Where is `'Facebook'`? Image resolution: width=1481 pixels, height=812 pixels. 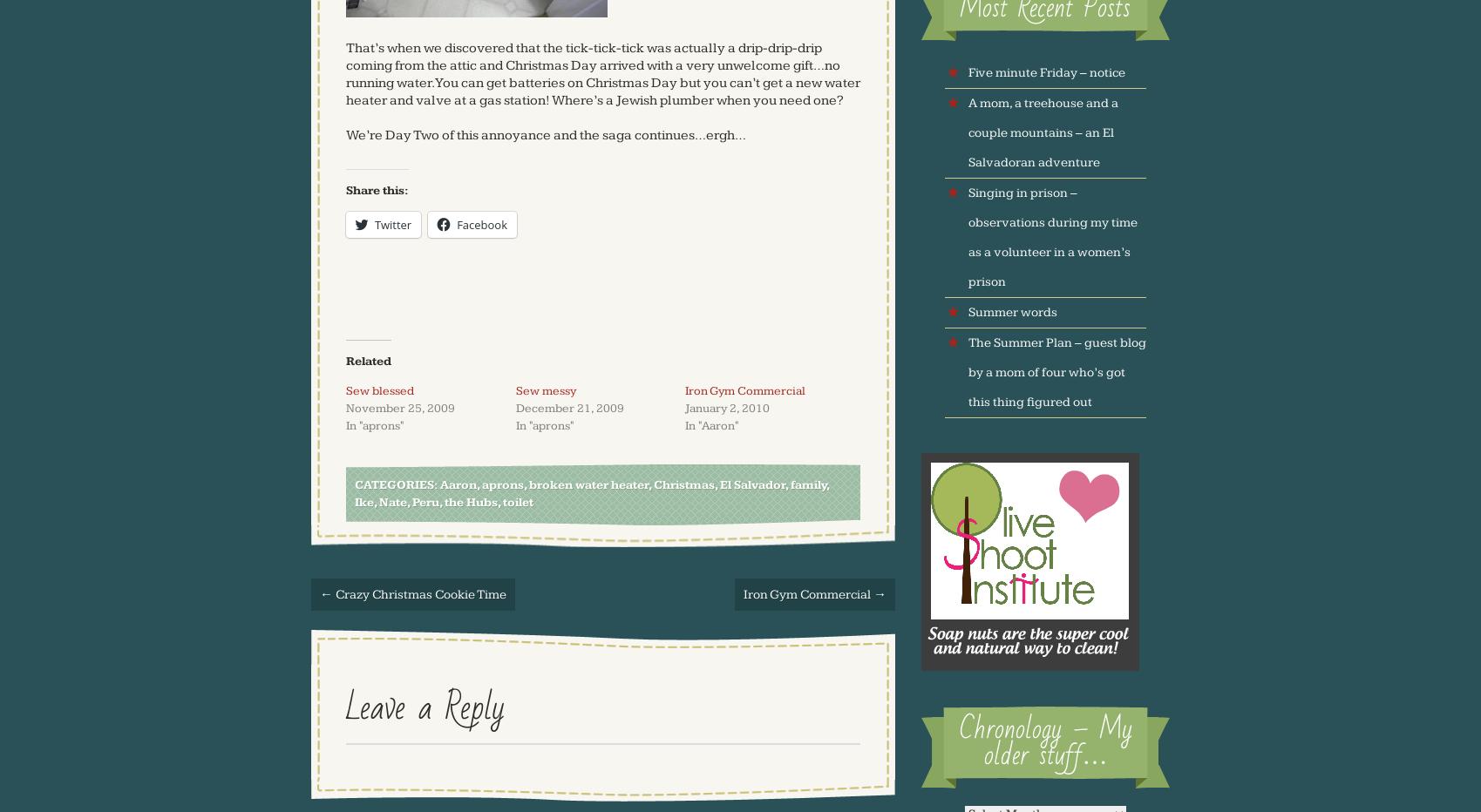 'Facebook' is located at coordinates (455, 223).